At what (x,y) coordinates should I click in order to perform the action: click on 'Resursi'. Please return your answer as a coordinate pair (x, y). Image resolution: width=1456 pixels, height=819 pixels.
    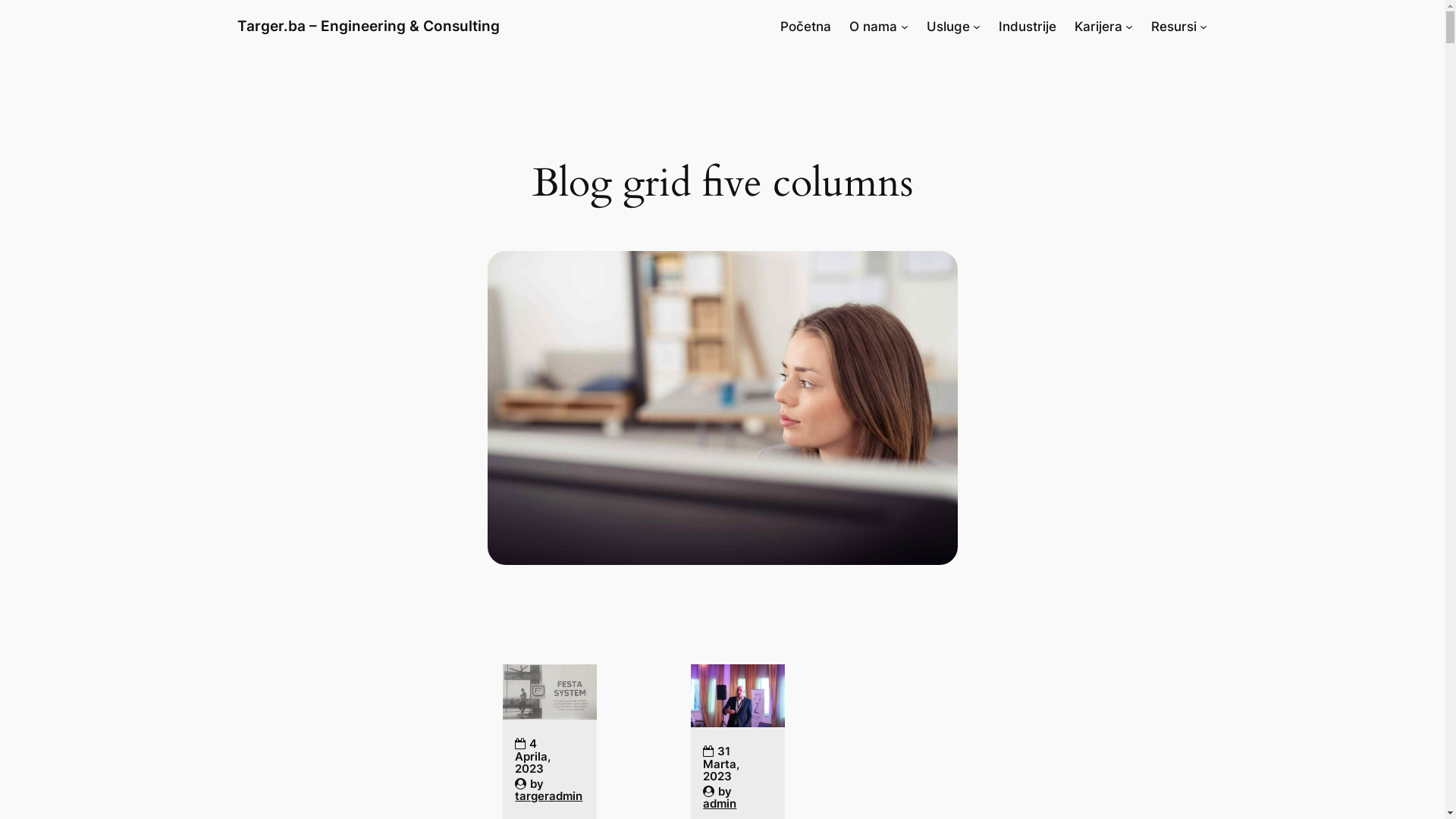
    Looking at the image, I should click on (1173, 26).